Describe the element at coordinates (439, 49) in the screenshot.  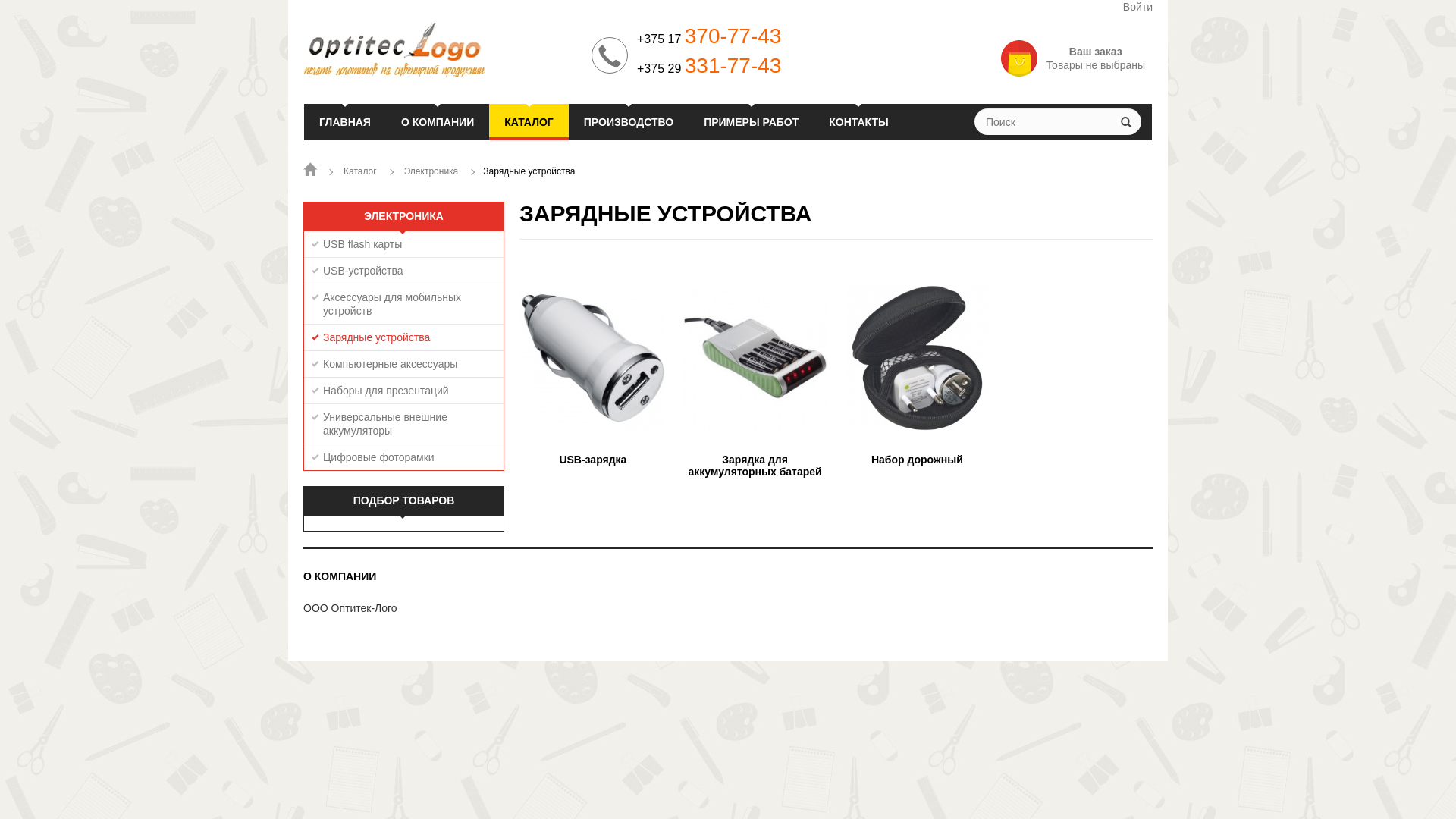
I see `'Stationery store'` at that location.